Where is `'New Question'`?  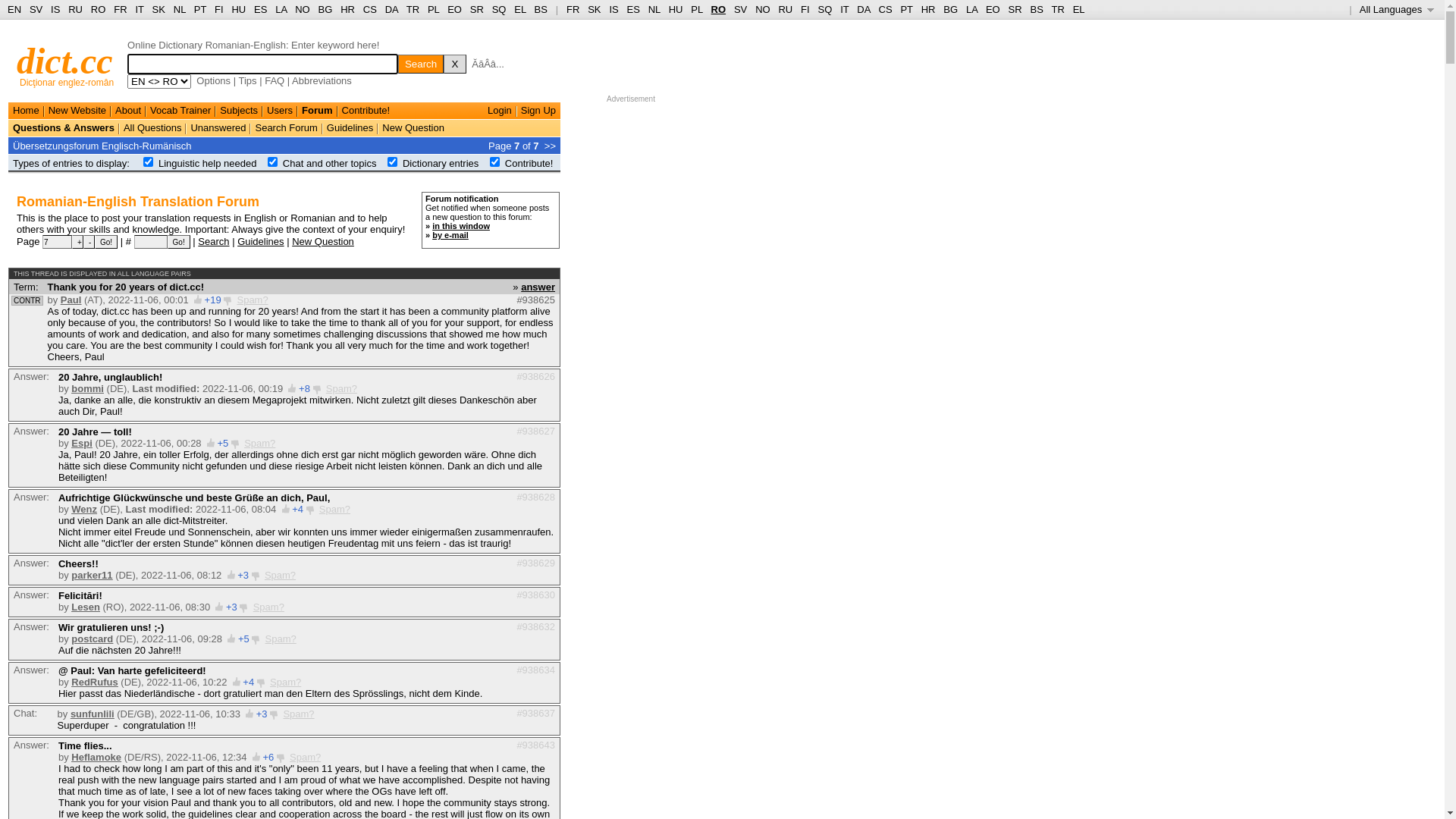
'New Question' is located at coordinates (413, 127).